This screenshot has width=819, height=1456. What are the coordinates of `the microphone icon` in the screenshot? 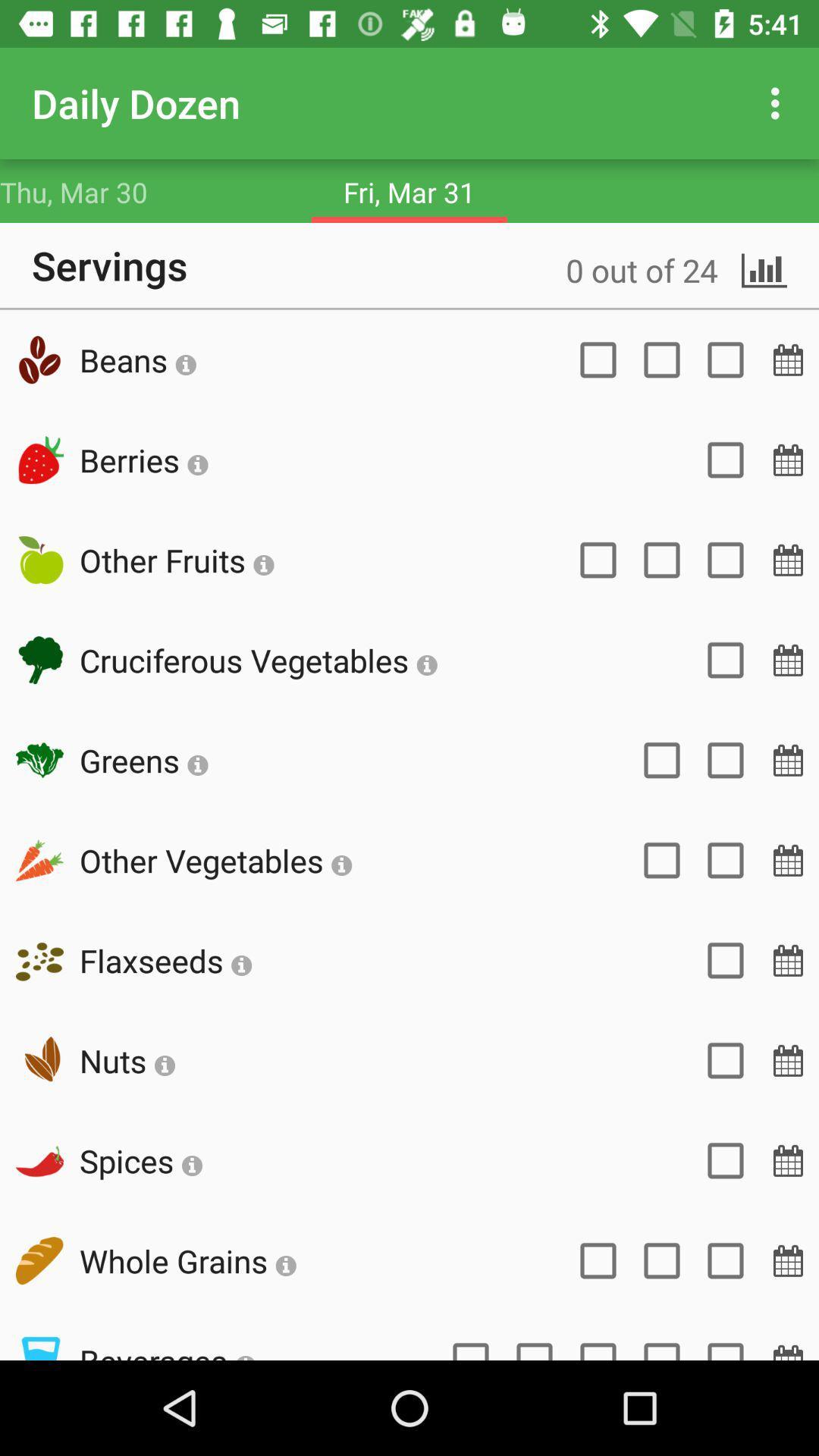 It's located at (39, 359).